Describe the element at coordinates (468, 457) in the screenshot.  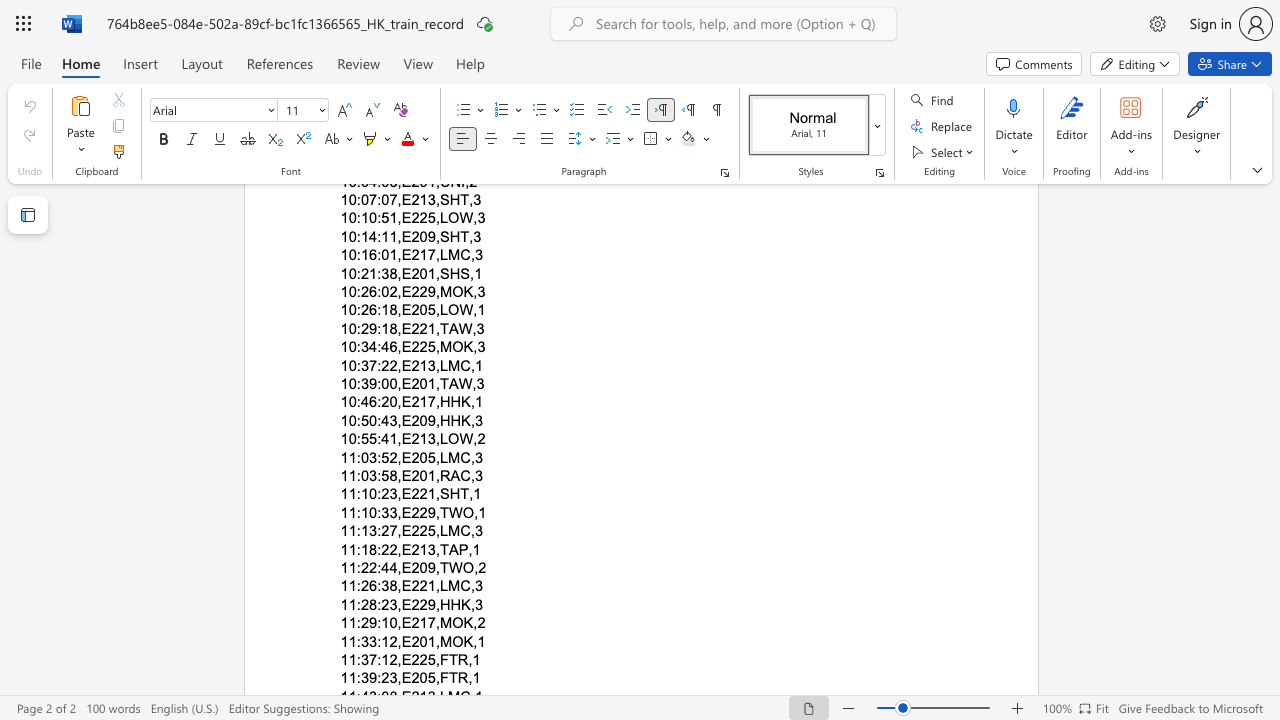
I see `the space between the continuous character "C" and "," in the text` at that location.